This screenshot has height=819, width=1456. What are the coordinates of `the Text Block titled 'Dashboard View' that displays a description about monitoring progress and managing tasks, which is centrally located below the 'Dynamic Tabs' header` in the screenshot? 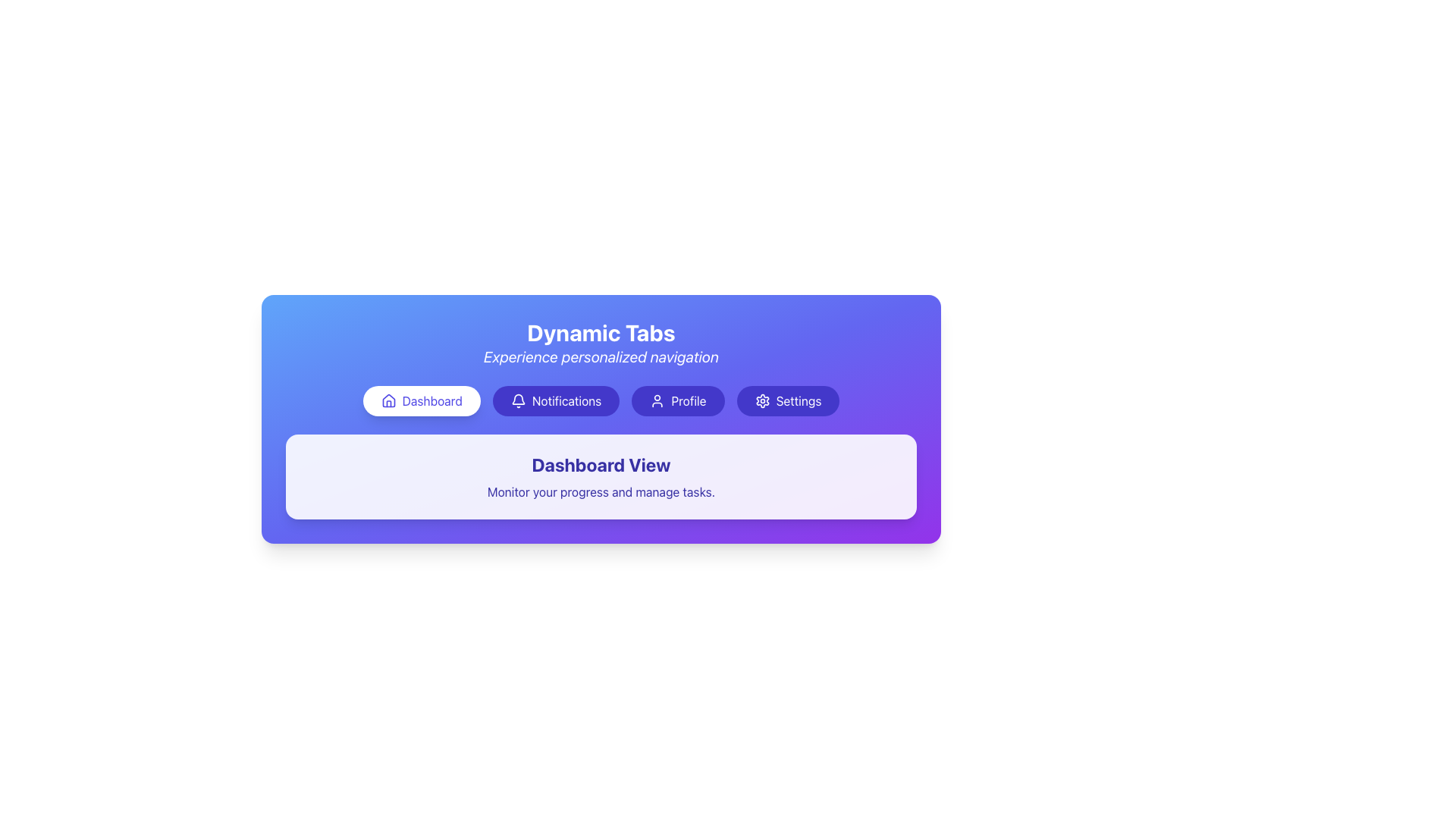 It's located at (600, 475).